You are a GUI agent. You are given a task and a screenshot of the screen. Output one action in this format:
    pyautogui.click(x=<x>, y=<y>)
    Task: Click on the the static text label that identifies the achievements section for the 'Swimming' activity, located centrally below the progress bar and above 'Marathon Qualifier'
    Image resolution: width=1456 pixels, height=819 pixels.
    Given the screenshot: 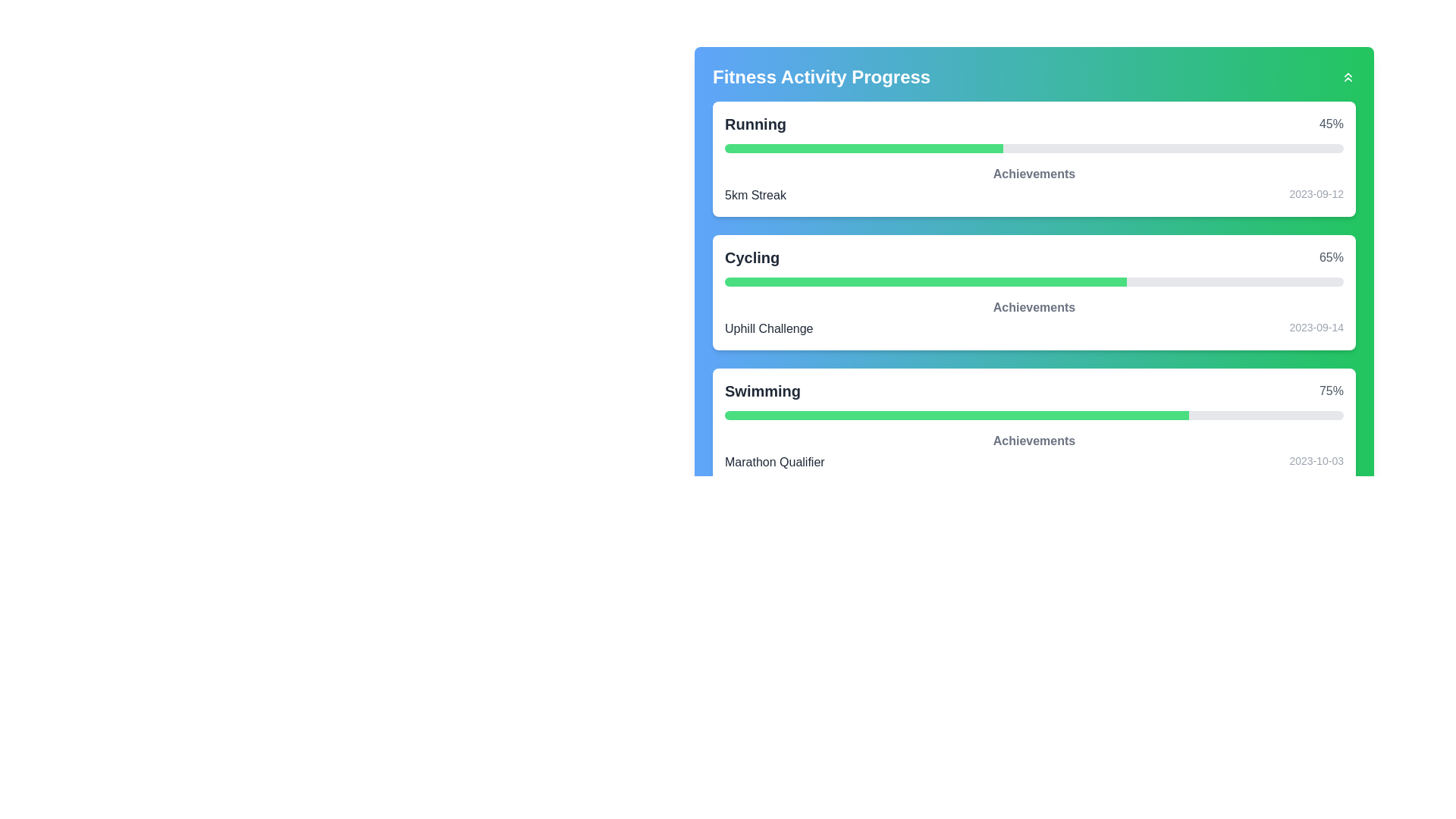 What is the action you would take?
    pyautogui.click(x=1033, y=441)
    